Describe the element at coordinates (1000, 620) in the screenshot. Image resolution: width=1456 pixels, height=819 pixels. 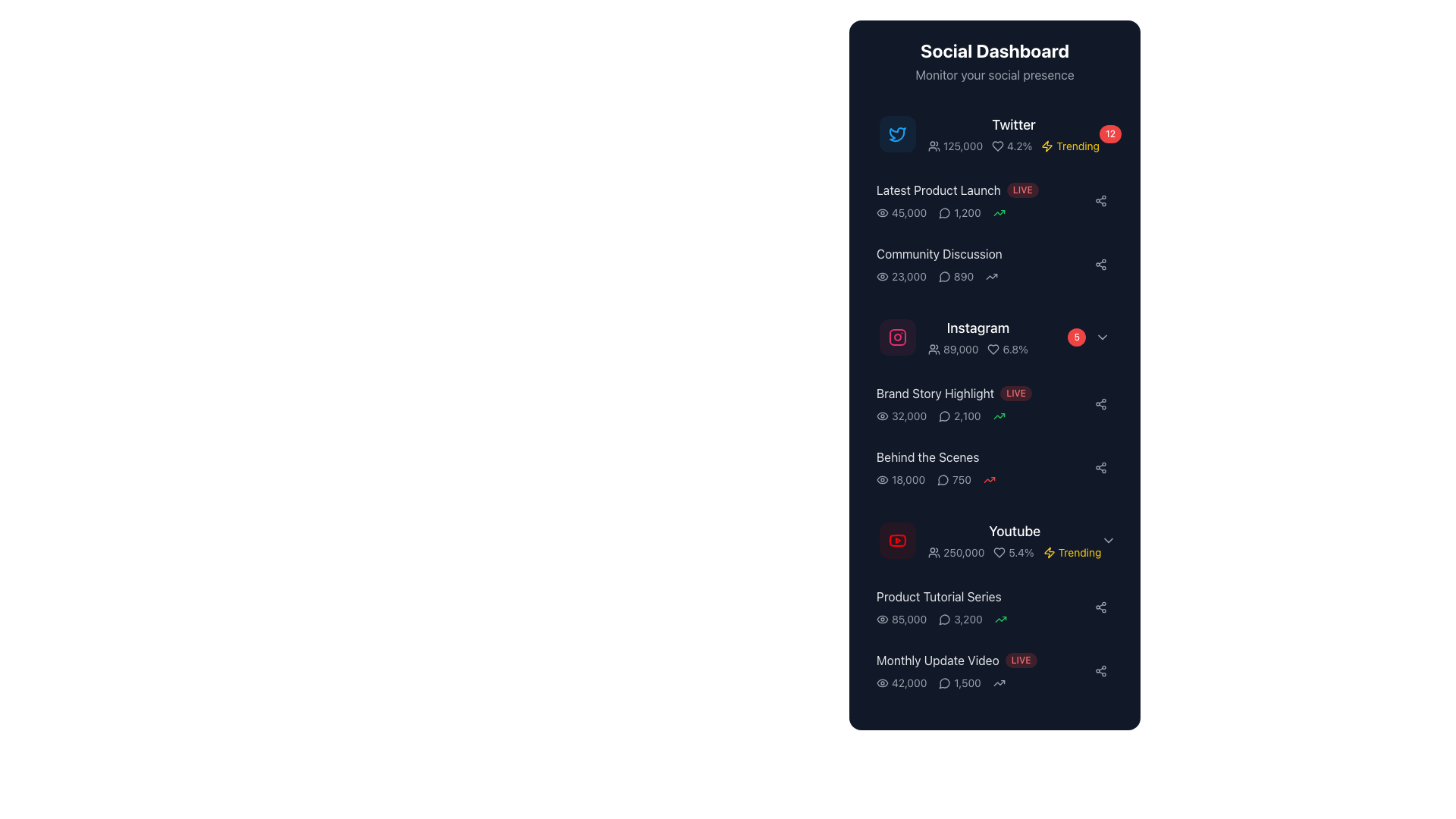
I see `the visual trend indicator icon located to the right of the numeric value '3,200' in the 'Product Tutorial Series' section` at that location.